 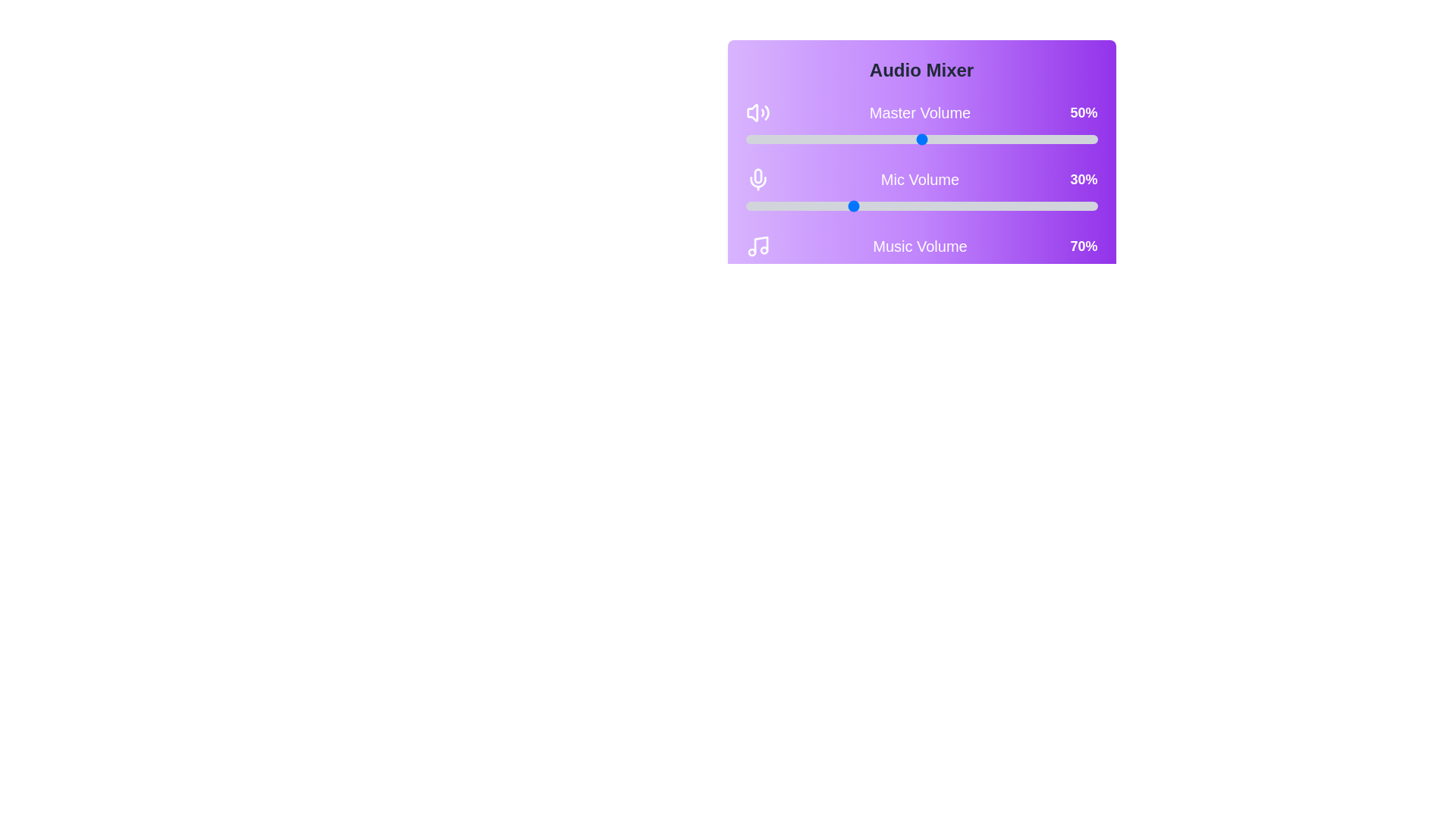 What do you see at coordinates (921, 112) in the screenshot?
I see `the 'Master Volume' label in the Audio Mixer interface` at bounding box center [921, 112].